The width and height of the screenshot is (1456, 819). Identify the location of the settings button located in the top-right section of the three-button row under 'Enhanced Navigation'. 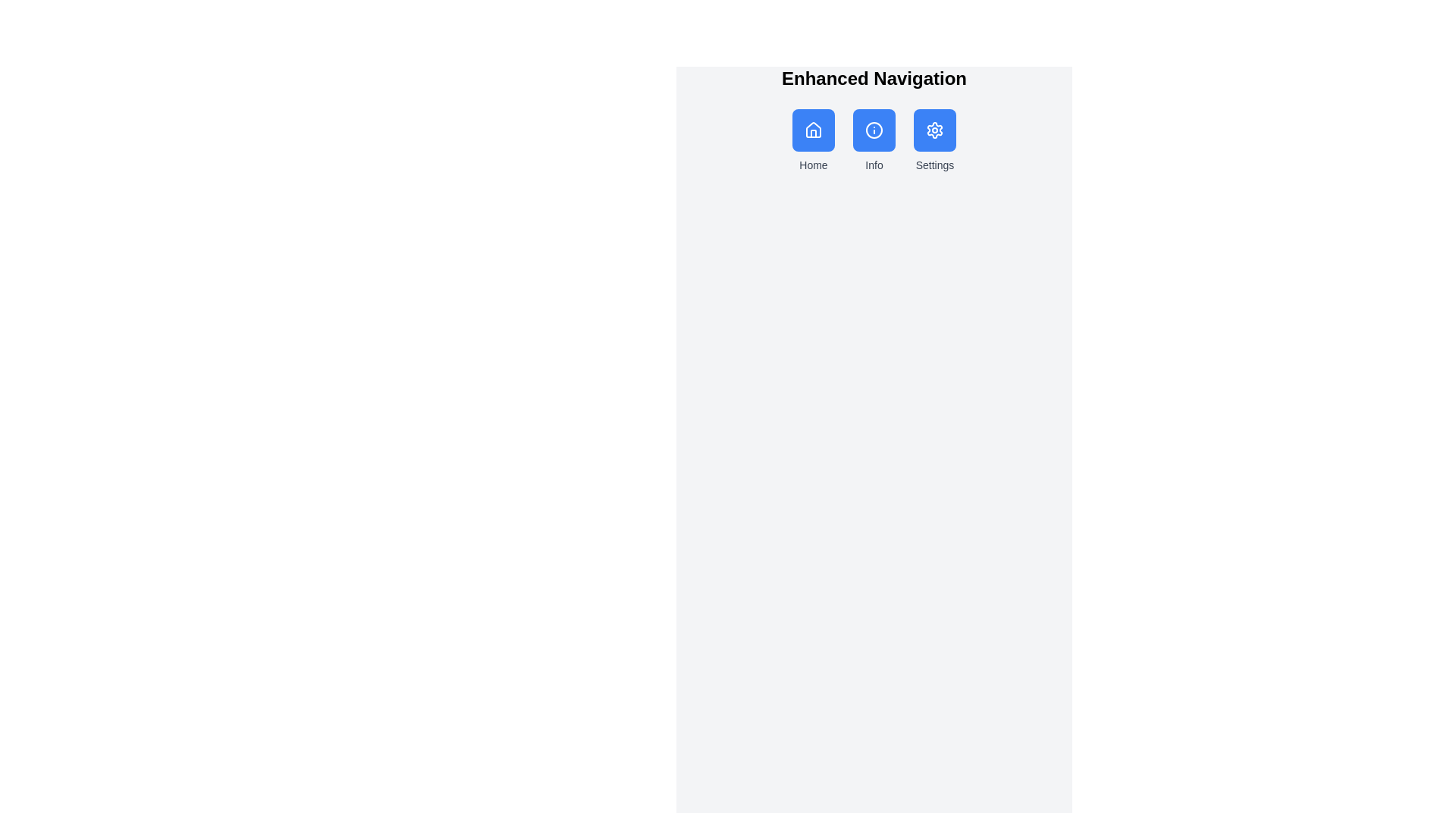
(934, 130).